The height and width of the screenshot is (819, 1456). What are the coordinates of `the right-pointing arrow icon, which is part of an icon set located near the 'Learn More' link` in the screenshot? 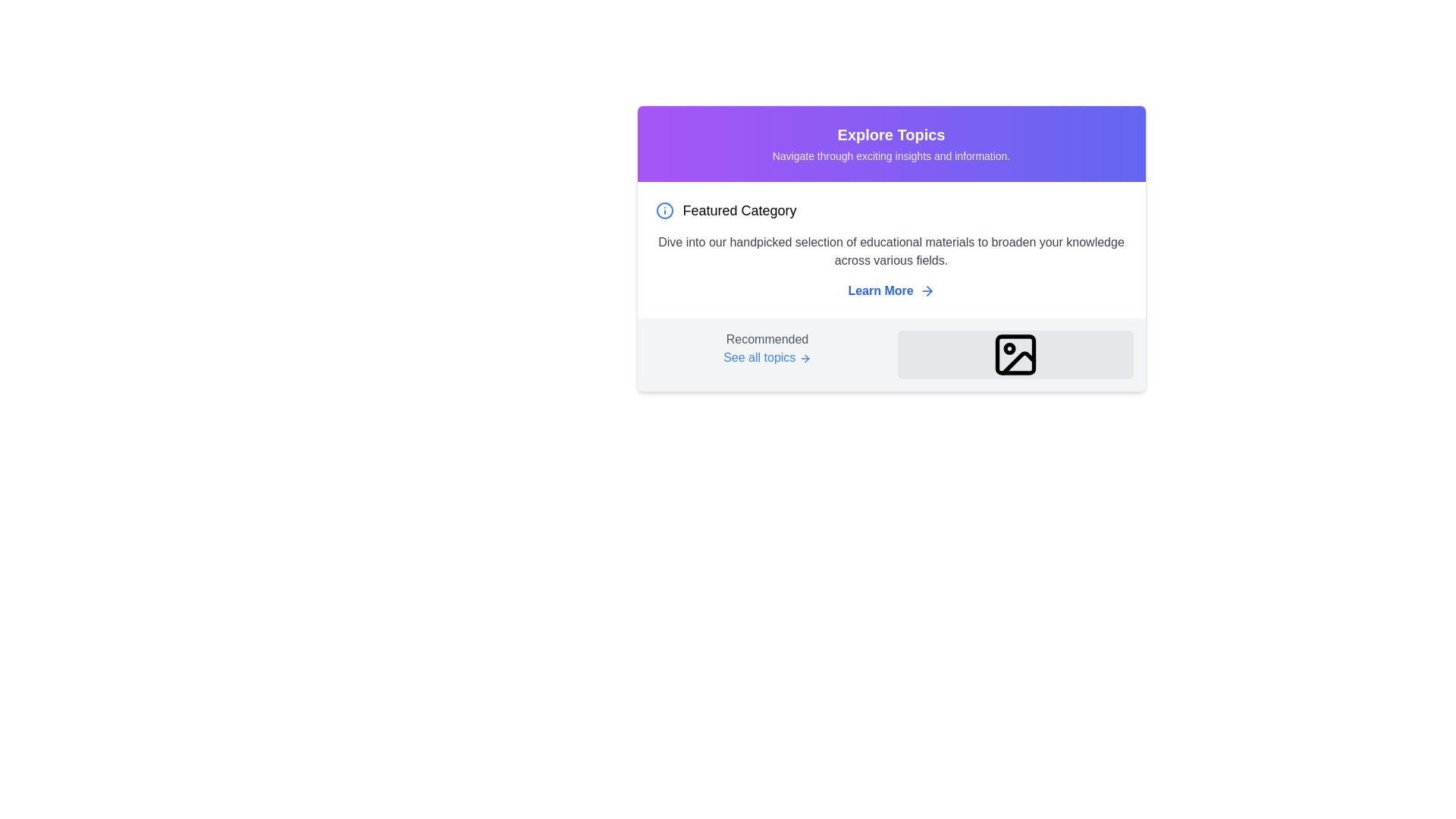 It's located at (928, 291).